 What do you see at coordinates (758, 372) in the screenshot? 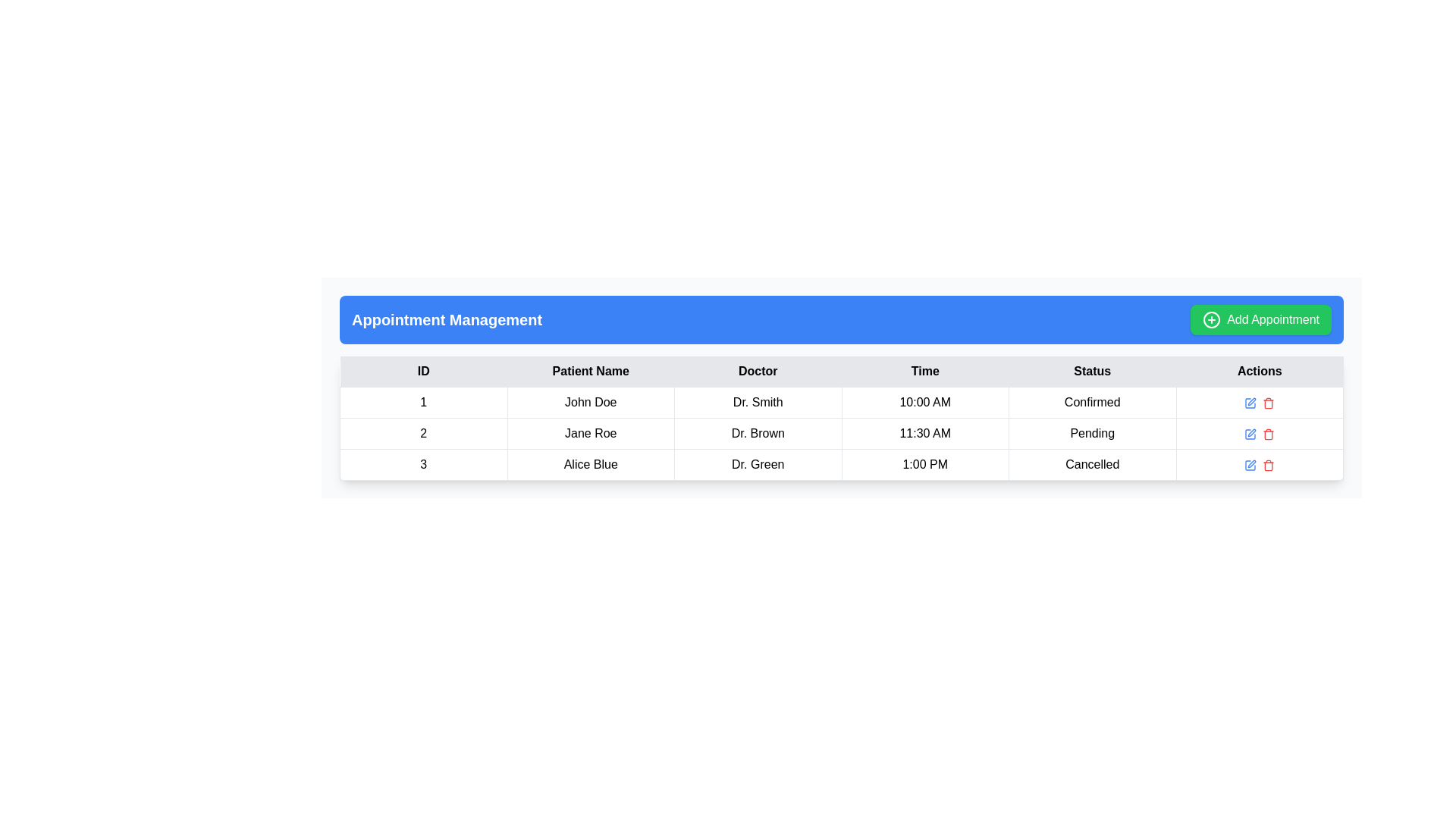
I see `the 'Doctor' column header in the table, which is the third header positioned between 'Patient Name' and 'Time'` at bounding box center [758, 372].